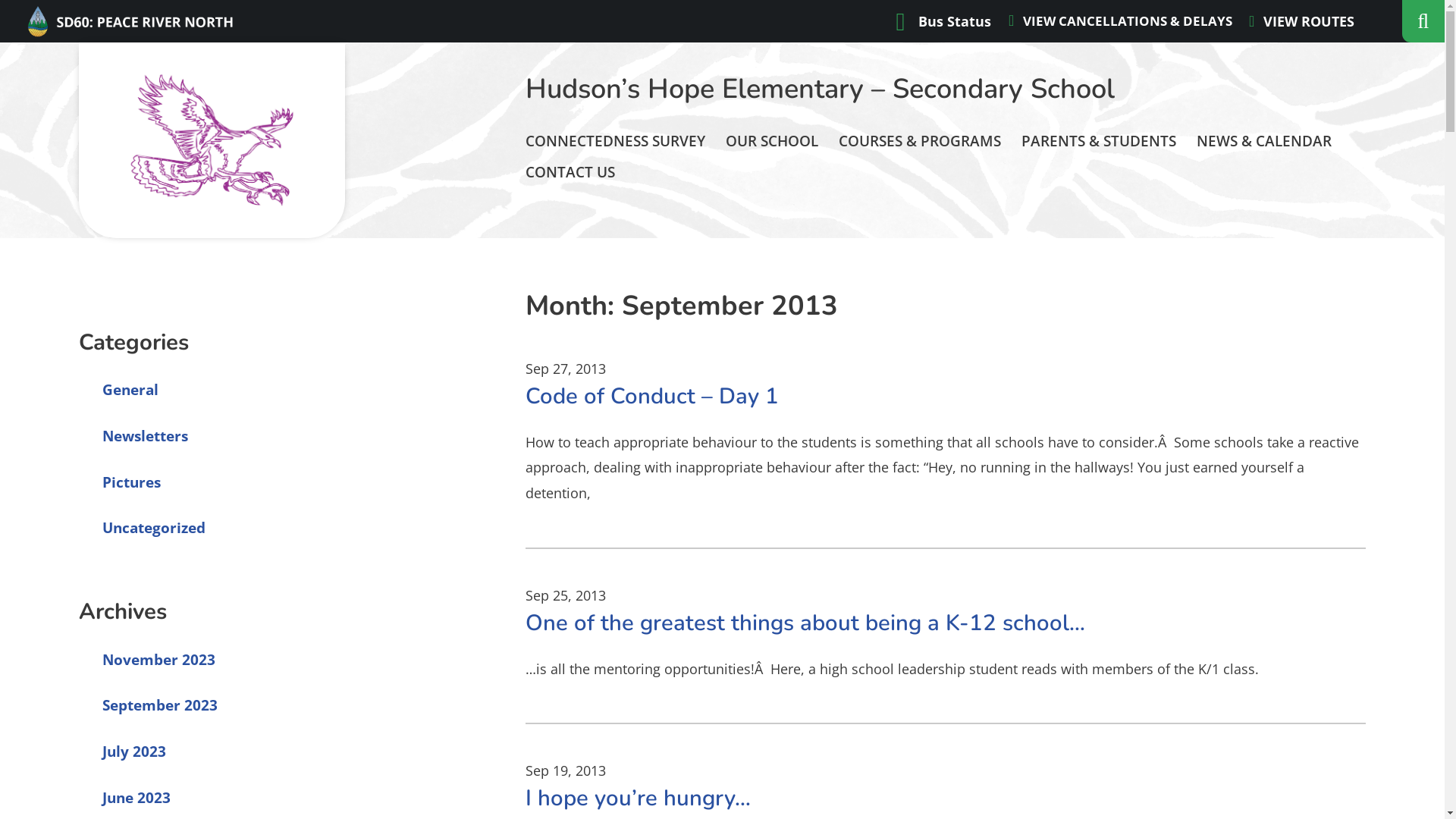 The height and width of the screenshot is (819, 1456). I want to click on 'Uncategorized', so click(78, 526).